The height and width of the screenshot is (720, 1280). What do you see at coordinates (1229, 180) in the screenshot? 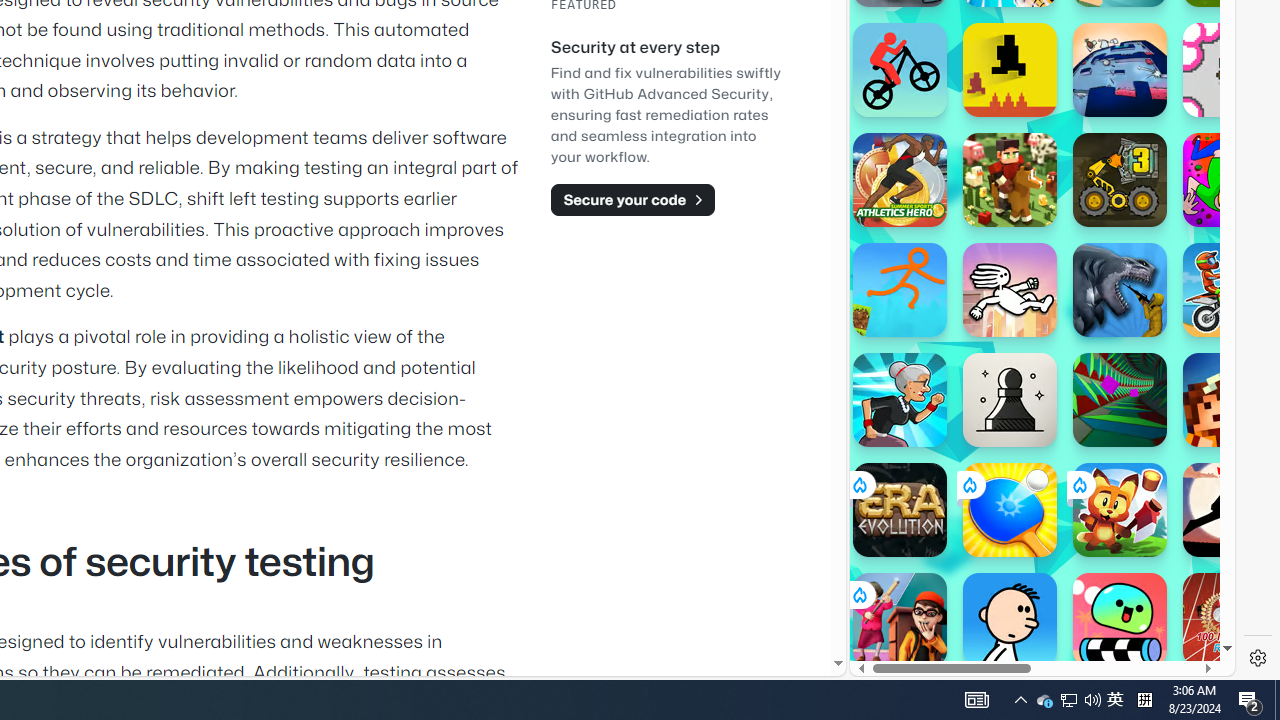
I see `'JollyWorld JollyWorld'` at bounding box center [1229, 180].